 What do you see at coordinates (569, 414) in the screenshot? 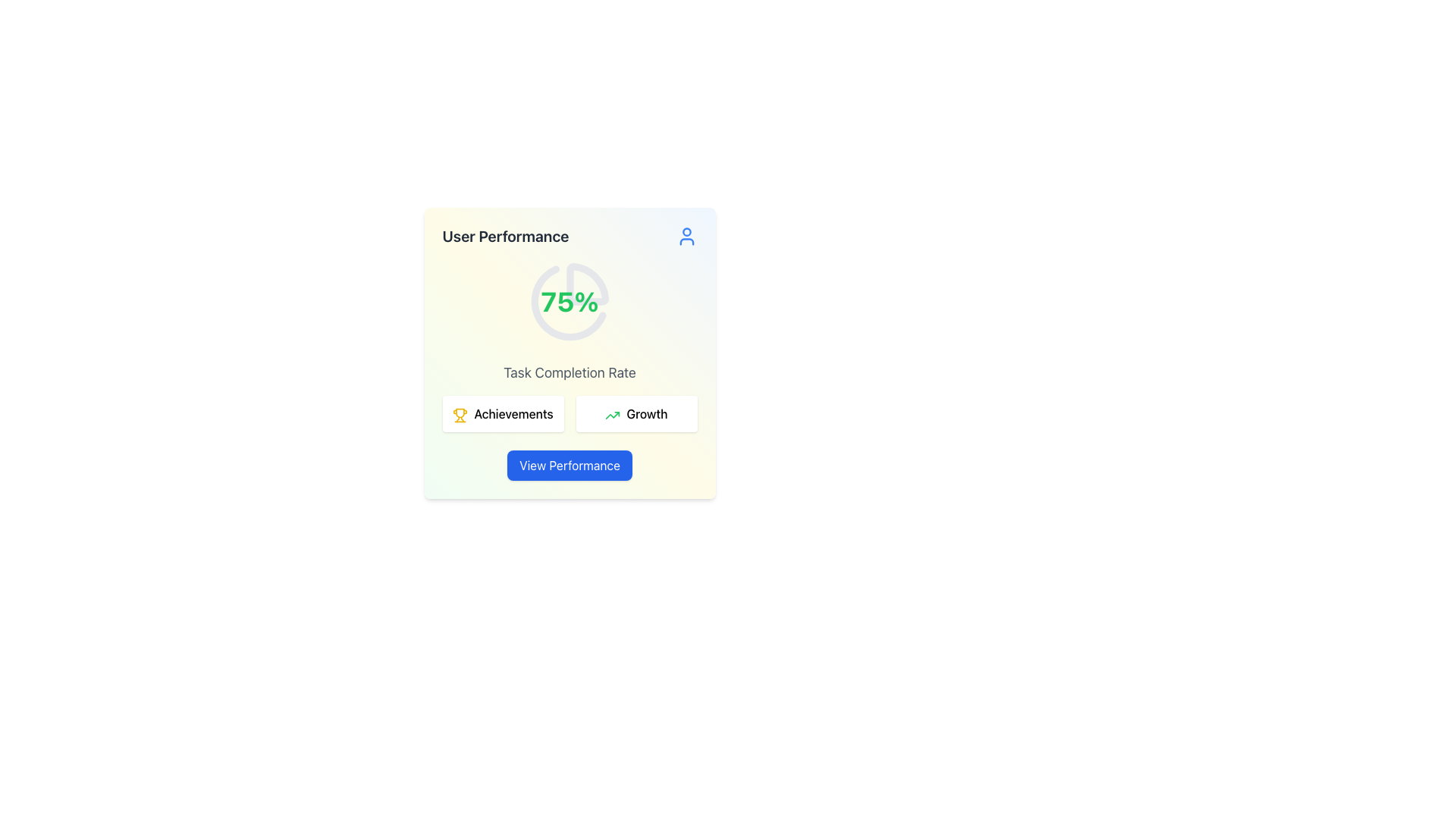
I see `the labels in the horizontal section representing Achievements and Growth` at bounding box center [569, 414].